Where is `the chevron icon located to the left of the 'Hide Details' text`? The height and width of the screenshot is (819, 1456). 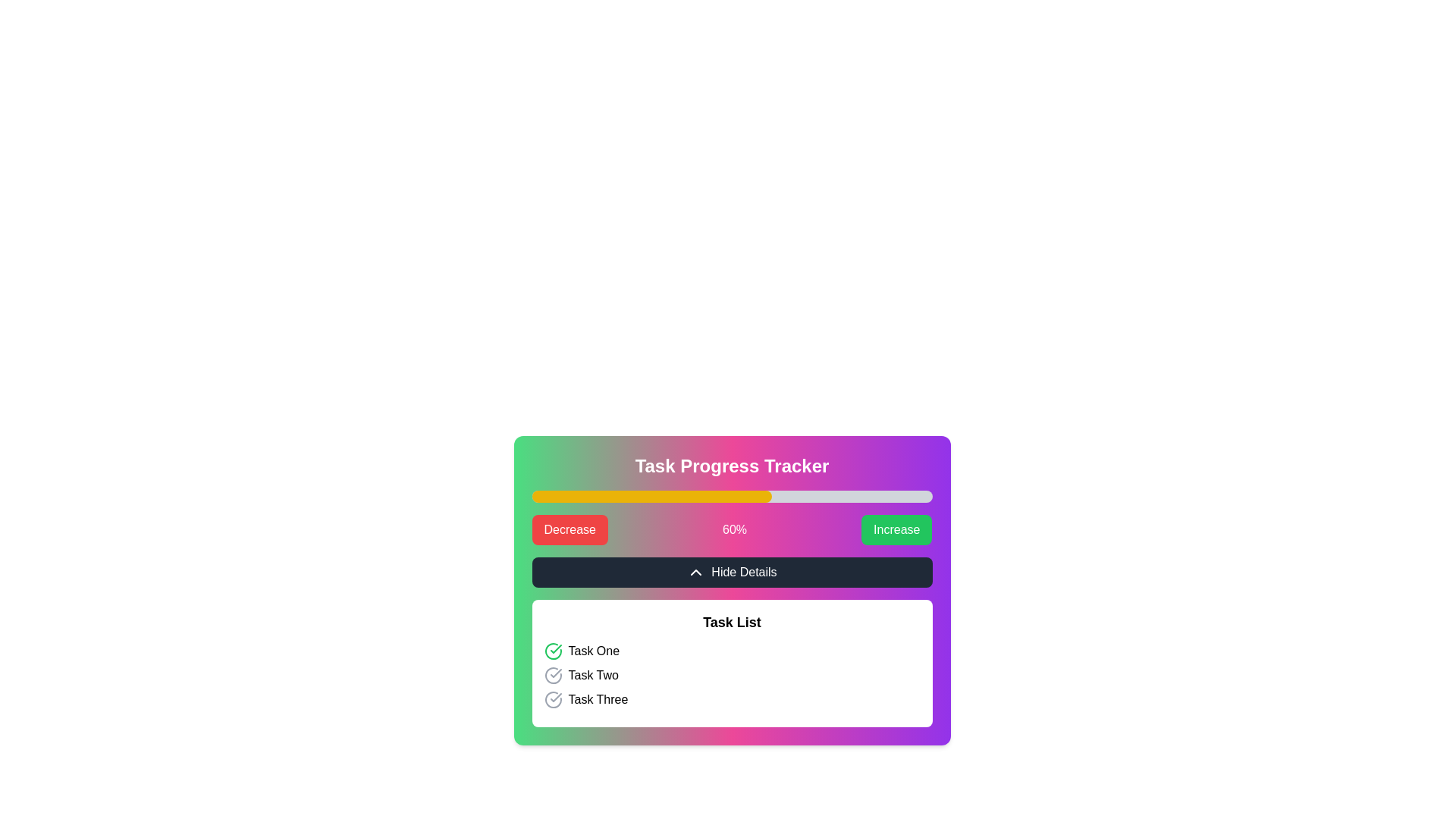 the chevron icon located to the left of the 'Hide Details' text is located at coordinates (695, 573).